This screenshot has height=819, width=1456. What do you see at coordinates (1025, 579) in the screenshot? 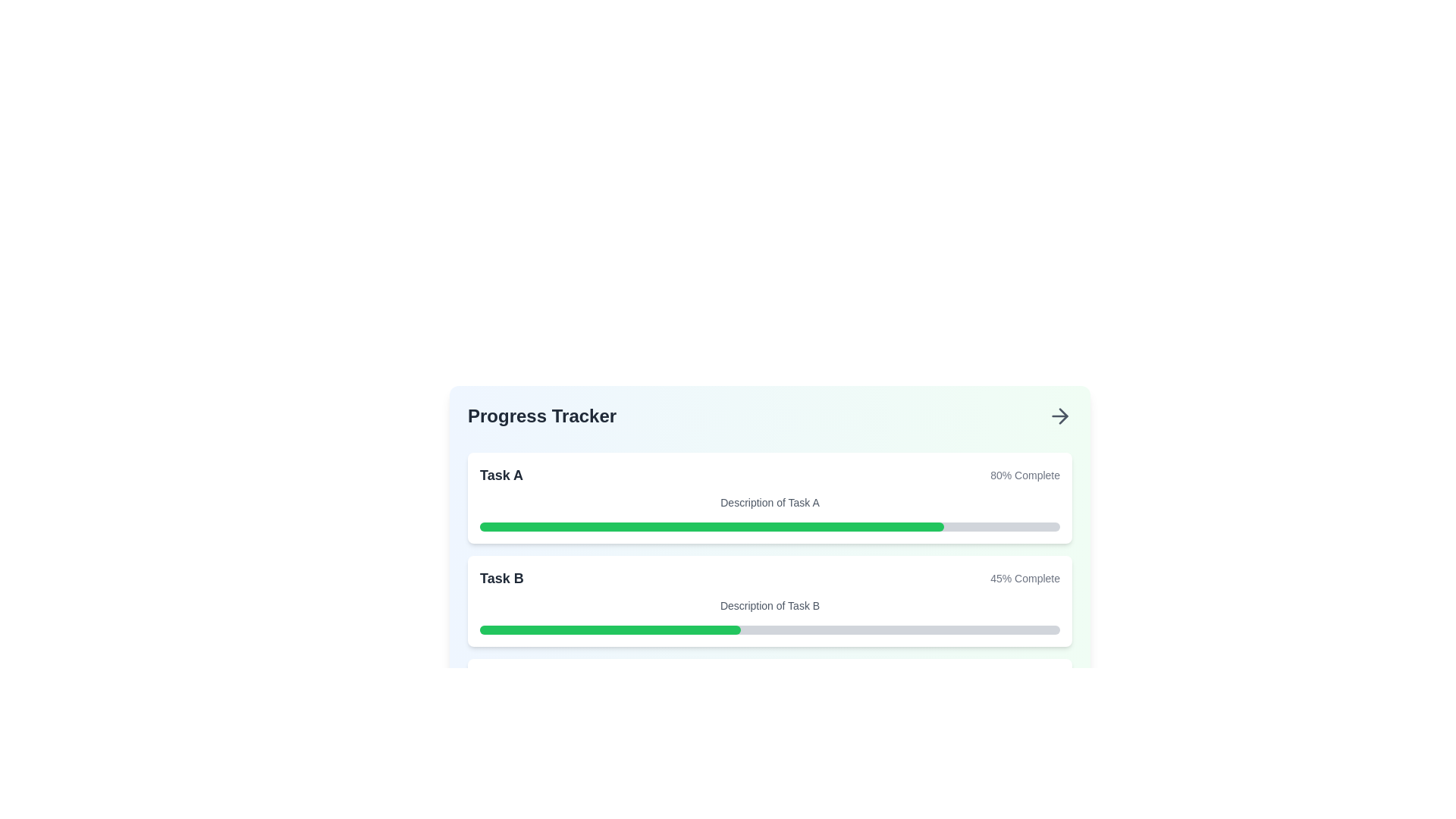
I see `the Text Label displaying '45% Complete' that indicates the progress of 'Task B'` at bounding box center [1025, 579].